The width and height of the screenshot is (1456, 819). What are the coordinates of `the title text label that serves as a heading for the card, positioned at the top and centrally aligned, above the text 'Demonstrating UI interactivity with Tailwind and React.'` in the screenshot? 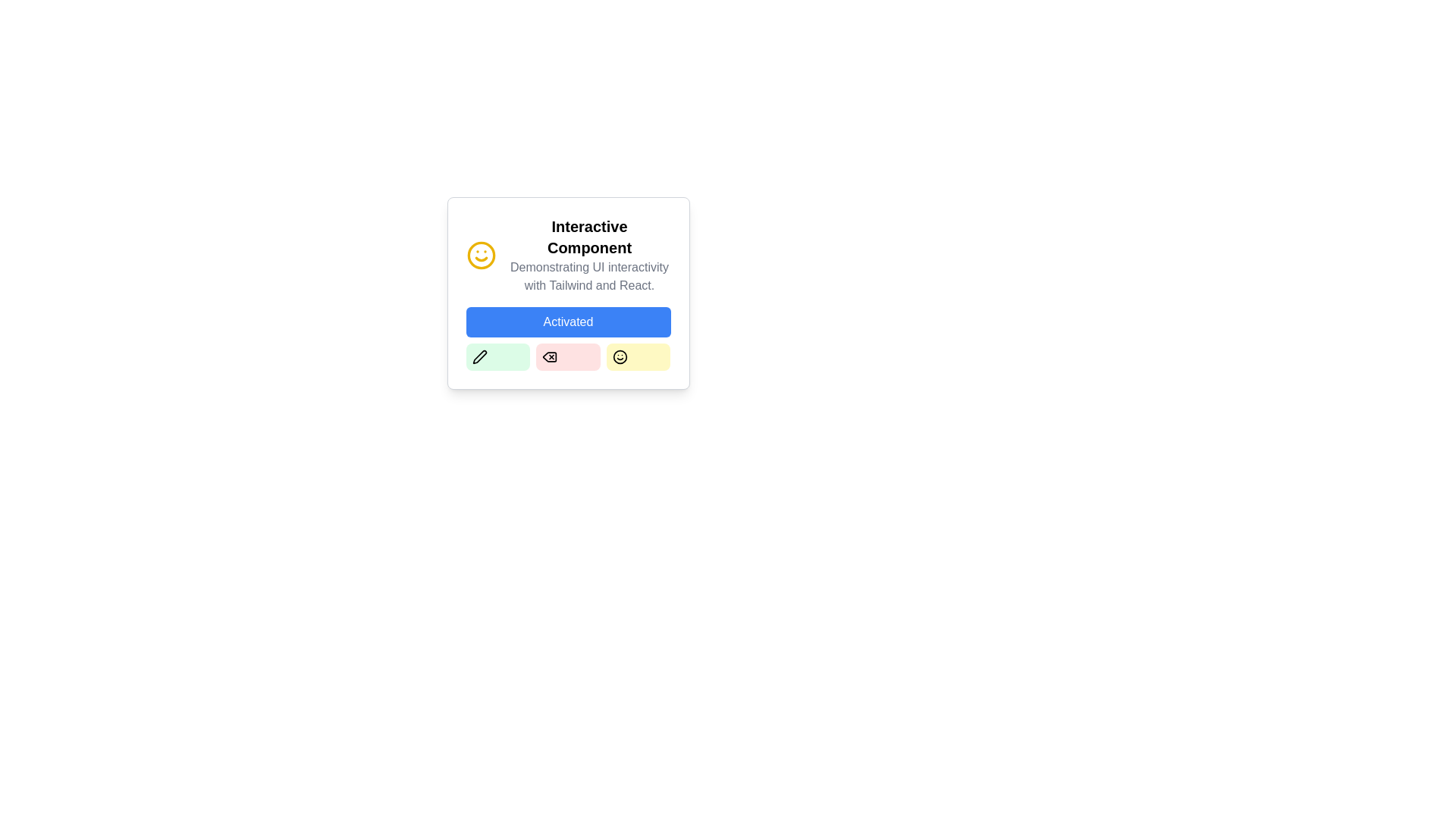 It's located at (588, 237).